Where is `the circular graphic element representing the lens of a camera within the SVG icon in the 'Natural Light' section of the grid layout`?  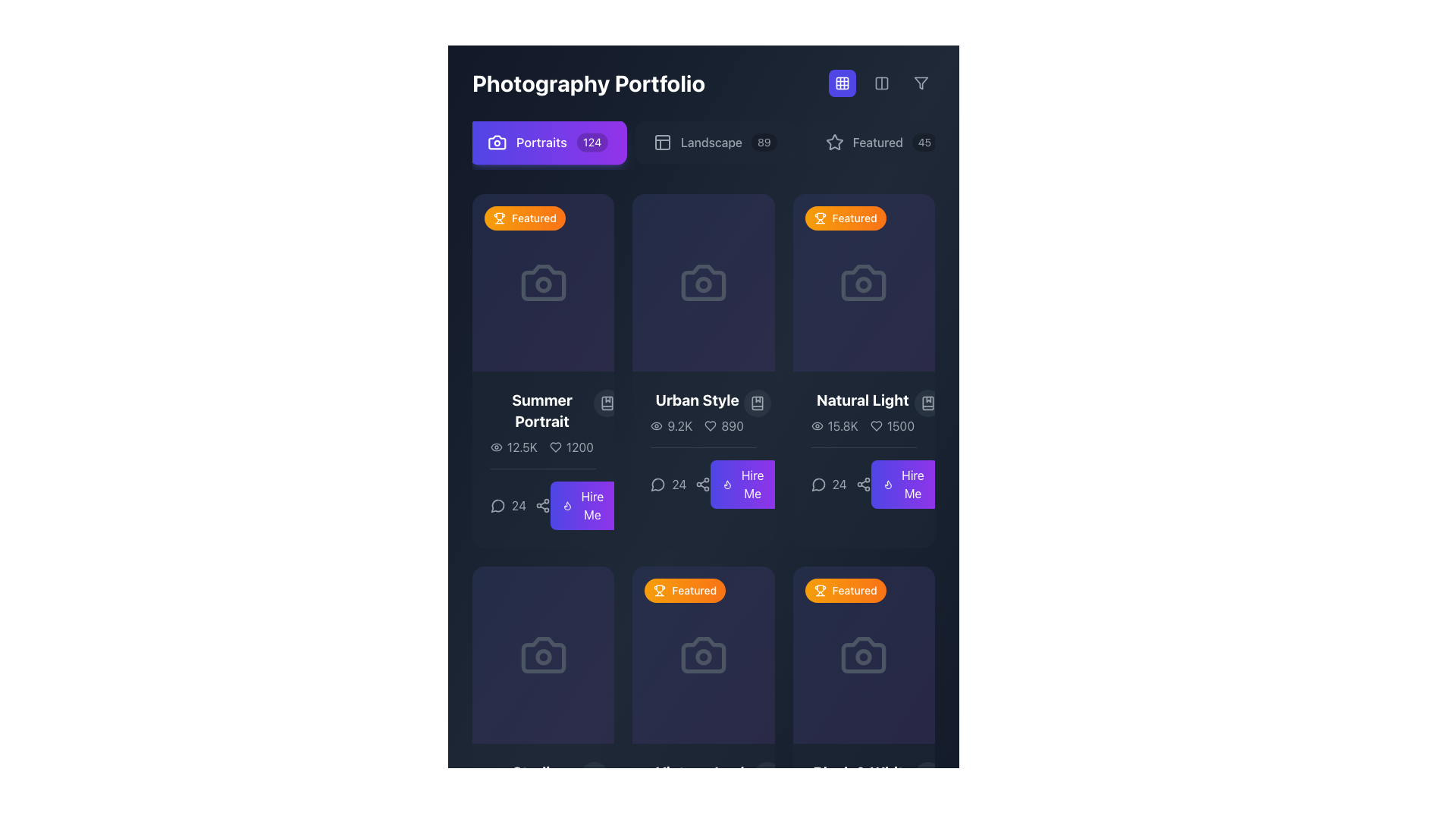 the circular graphic element representing the lens of a camera within the SVG icon in the 'Natural Light' section of the grid layout is located at coordinates (864, 284).